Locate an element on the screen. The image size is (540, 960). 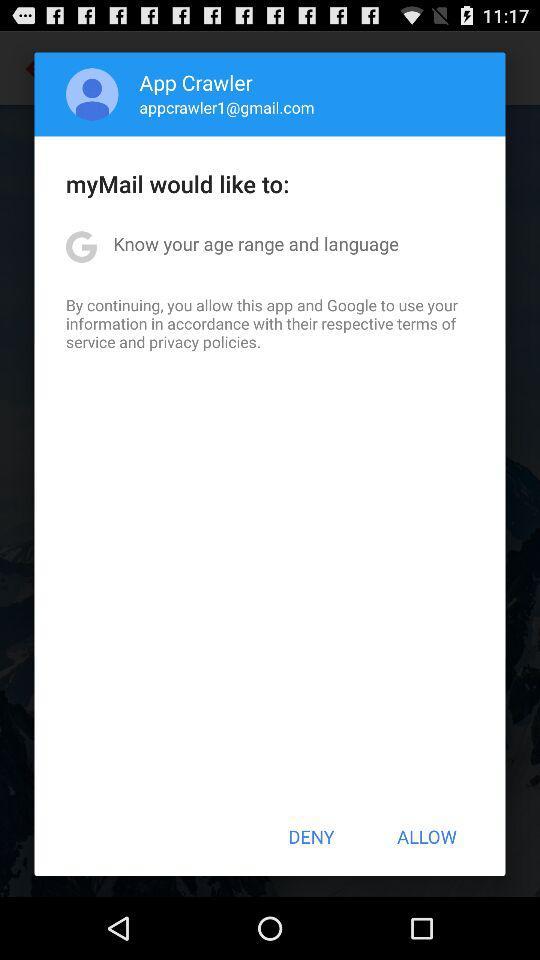
deny button is located at coordinates (311, 836).